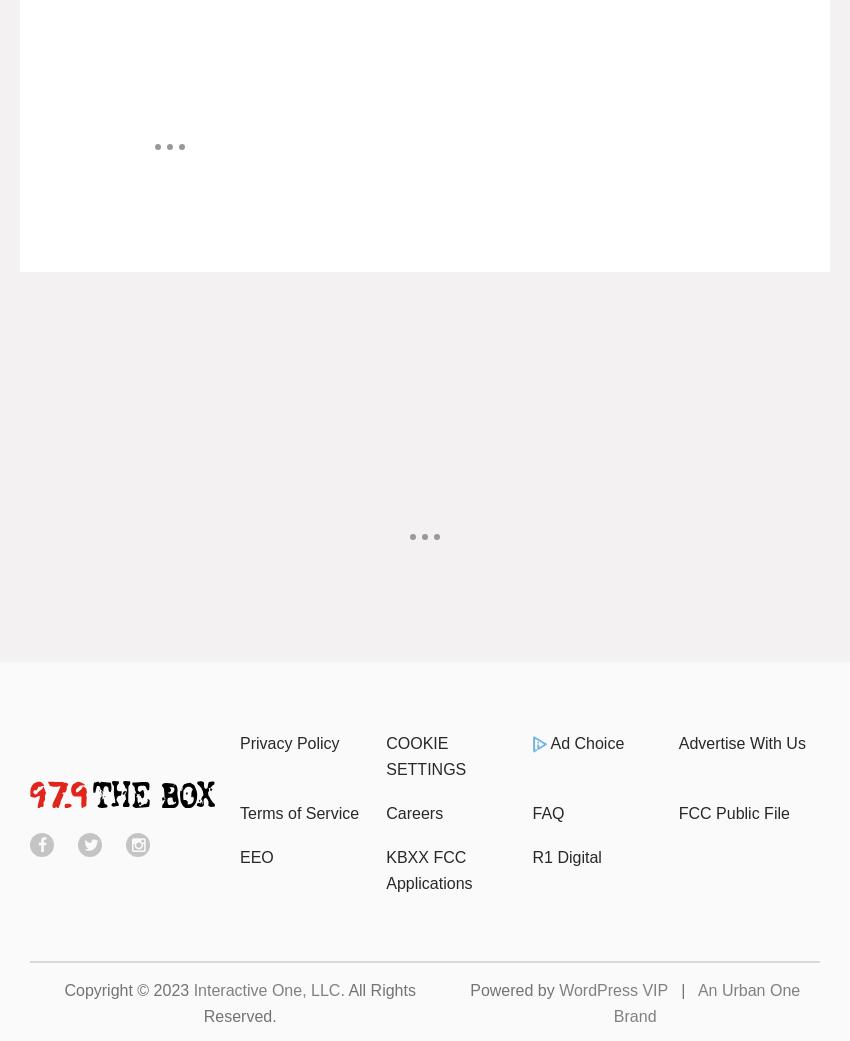  I want to click on 'COOKIE SETTINGS', so click(425, 755).